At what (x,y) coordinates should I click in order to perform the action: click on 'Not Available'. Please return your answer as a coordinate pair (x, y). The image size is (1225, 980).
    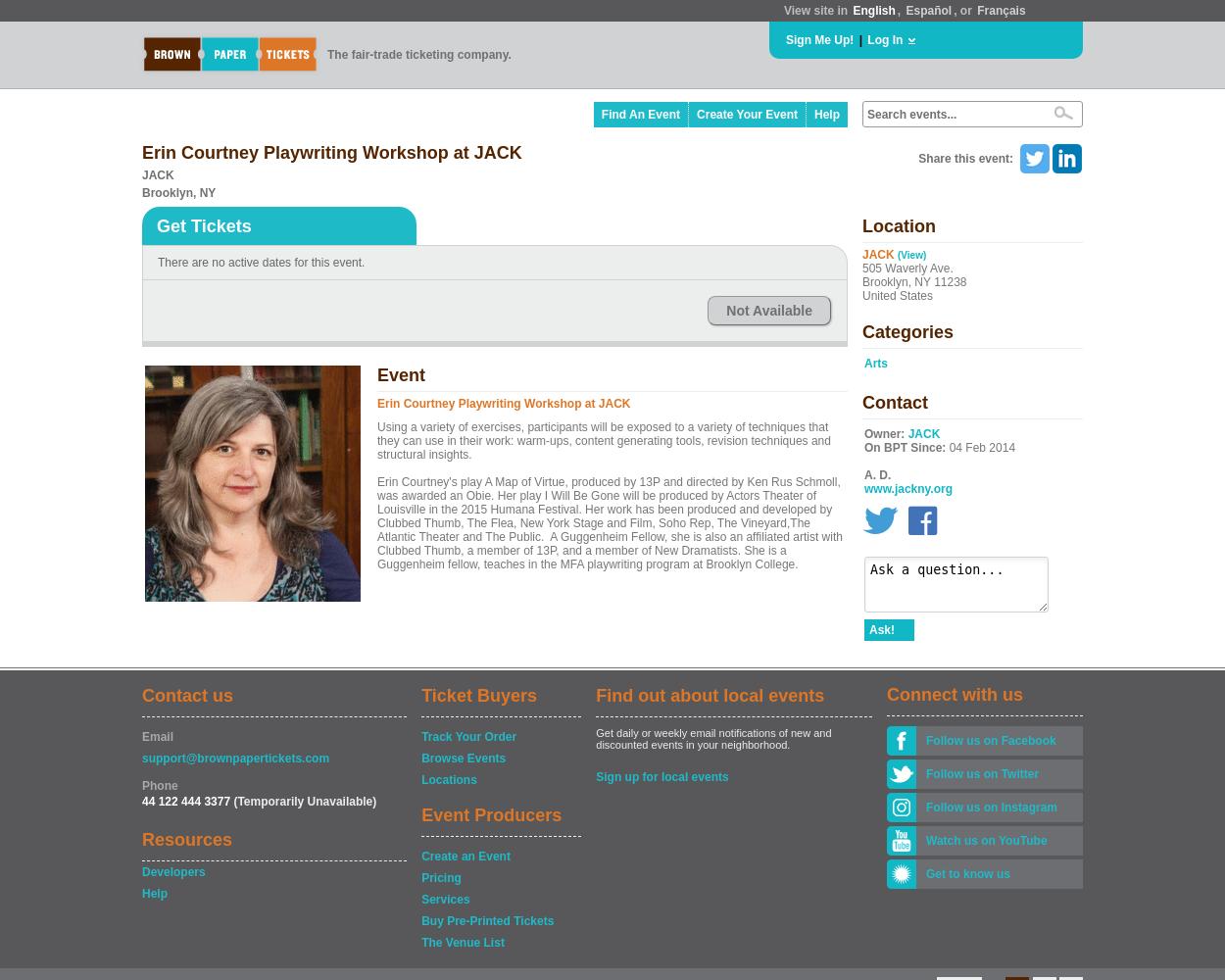
    Looking at the image, I should click on (769, 310).